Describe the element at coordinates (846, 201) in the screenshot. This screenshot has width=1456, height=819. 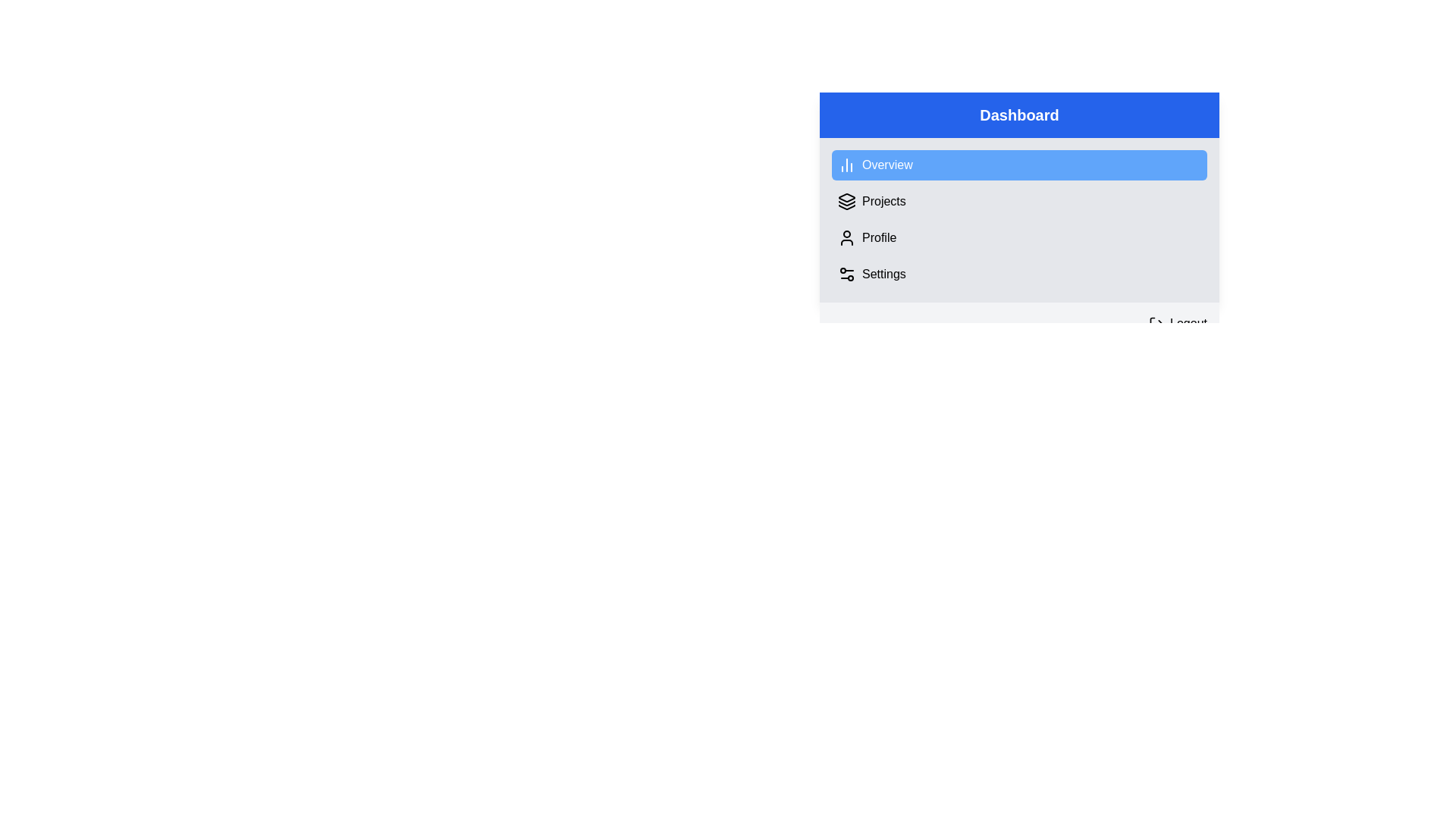
I see `the small icon resembling stacked layers, located to the left of the 'Projects' text in the sidebar menu of the 'Dashboard'` at that location.